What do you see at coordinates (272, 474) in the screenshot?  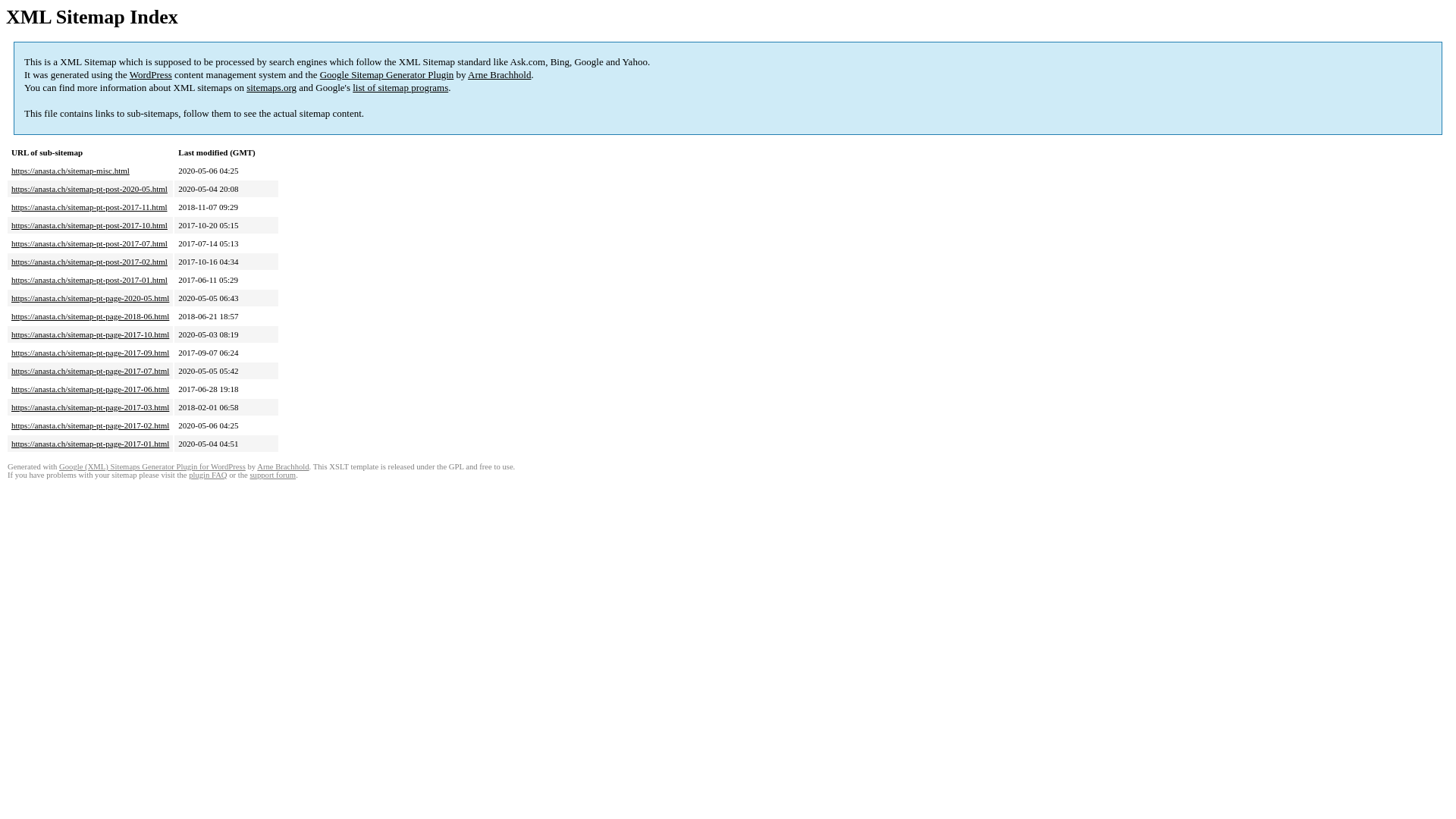 I see `'support forum'` at bounding box center [272, 474].